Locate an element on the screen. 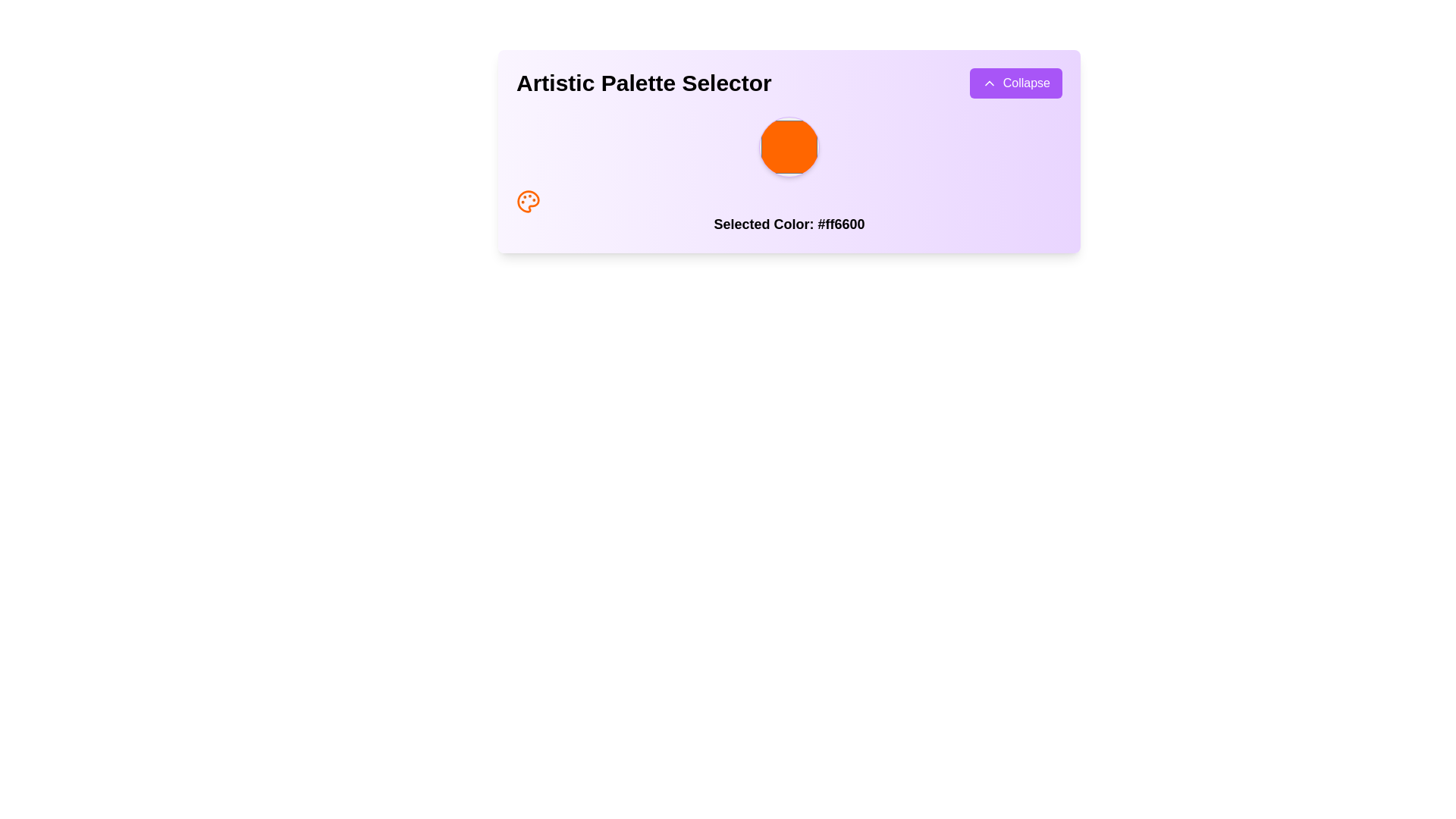 The height and width of the screenshot is (819, 1456). the text display that shows the currently selected color, which includes a decorative icon on its left and is located directly below an orange circular shape is located at coordinates (789, 212).